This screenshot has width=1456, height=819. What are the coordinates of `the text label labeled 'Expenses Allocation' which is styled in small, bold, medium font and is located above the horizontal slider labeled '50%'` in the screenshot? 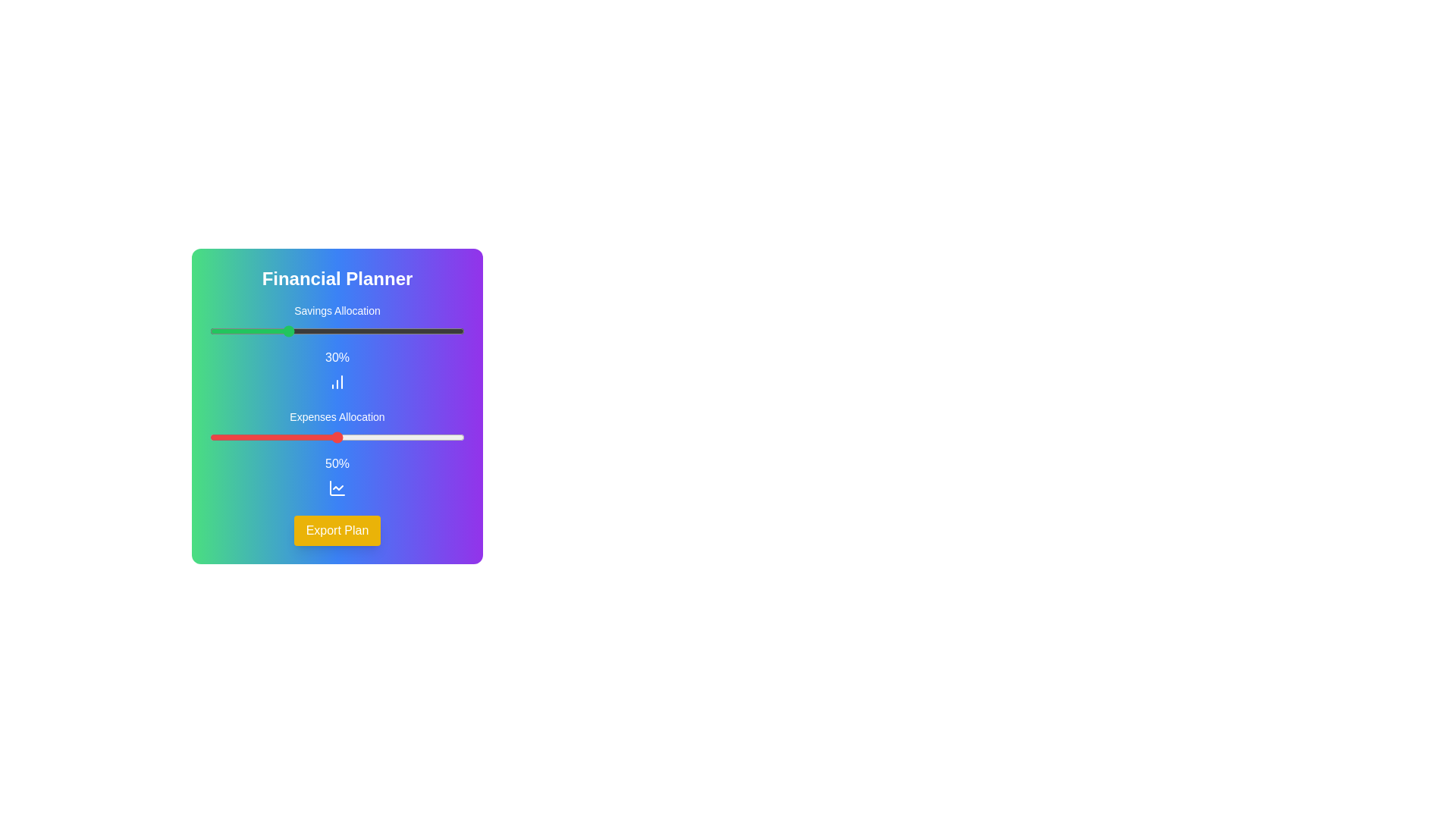 It's located at (337, 417).